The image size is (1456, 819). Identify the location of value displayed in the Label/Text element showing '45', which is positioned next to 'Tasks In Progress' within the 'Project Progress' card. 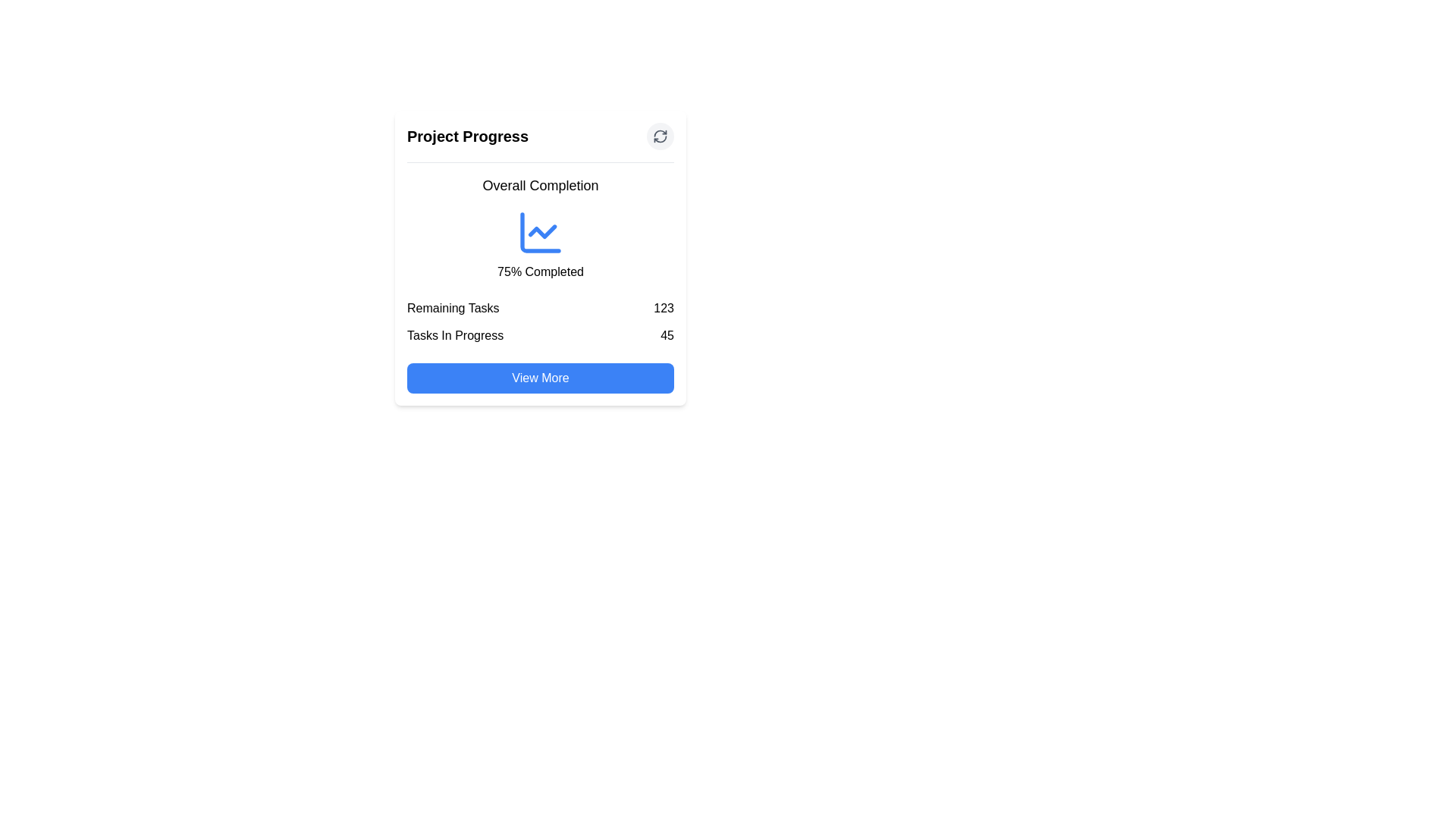
(667, 335).